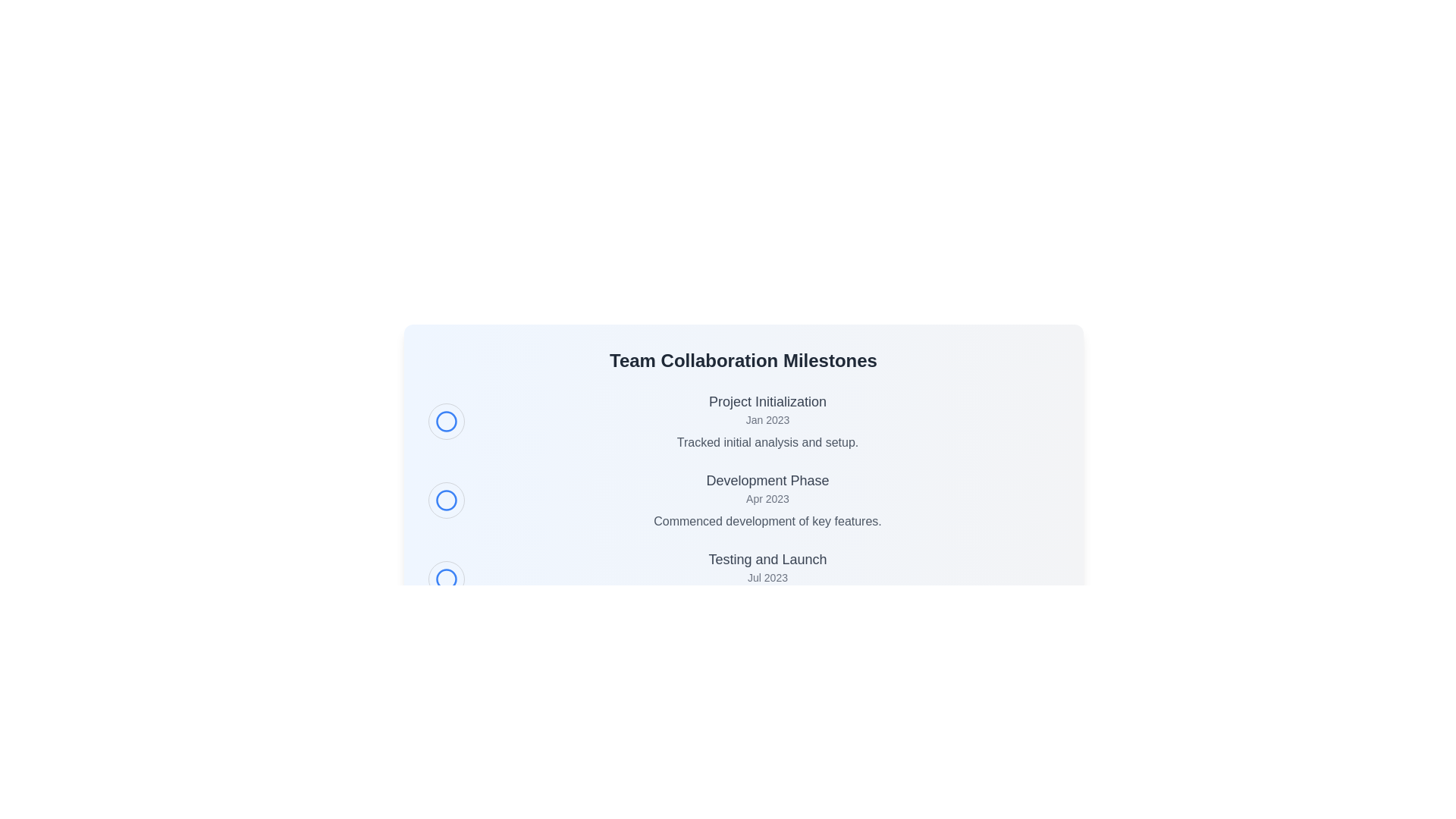 The width and height of the screenshot is (1456, 819). Describe the element at coordinates (767, 579) in the screenshot. I see `assistive technologies` at that location.